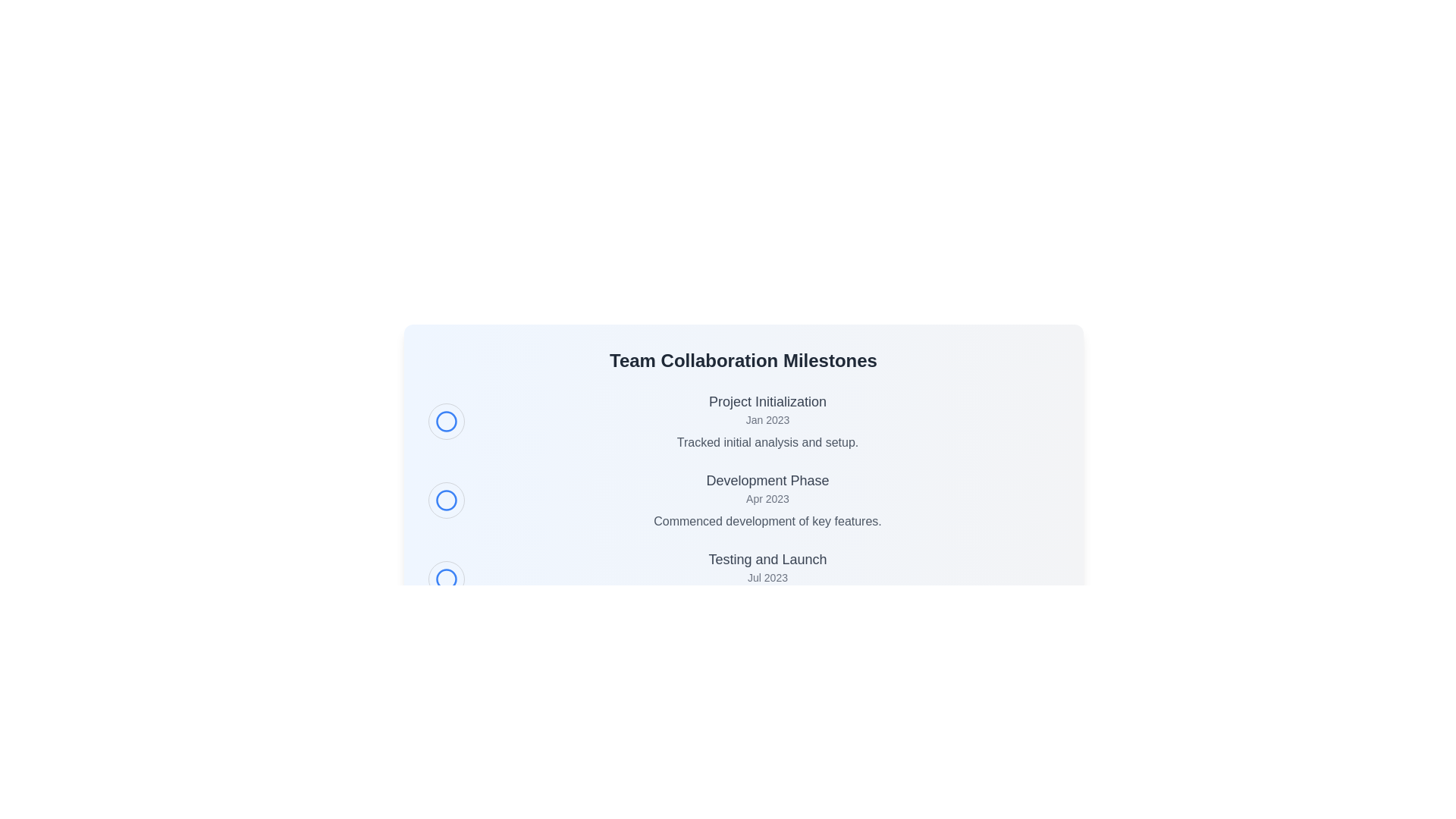 The width and height of the screenshot is (1456, 819). Describe the element at coordinates (767, 579) in the screenshot. I see `assistive technologies` at that location.